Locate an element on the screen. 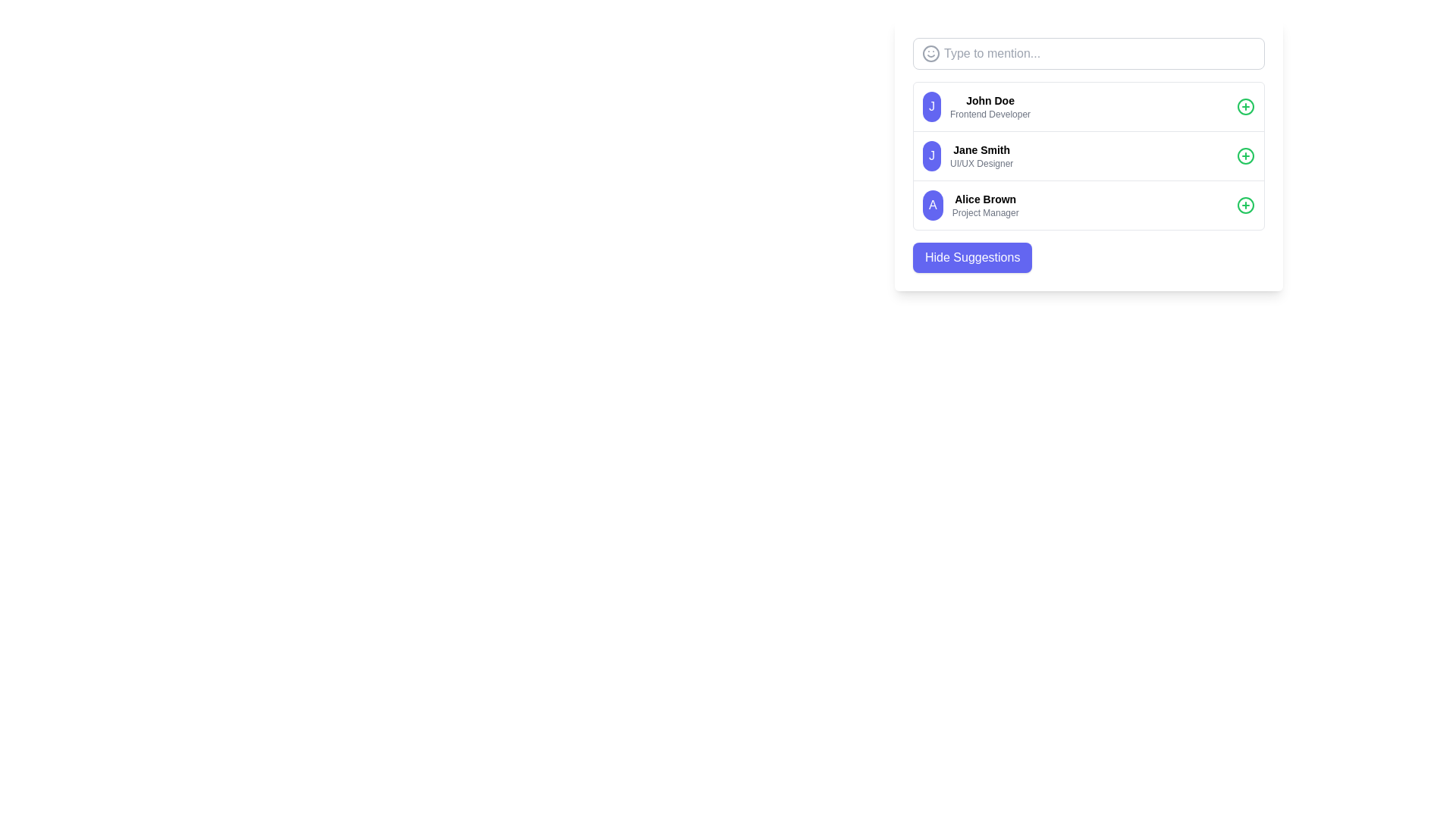 The image size is (1456, 819). the icon located to the leftmost side of the text input field with the placeholder 'Type to mention...'. This icon indicates the interactive nature of the input field is located at coordinates (930, 52).